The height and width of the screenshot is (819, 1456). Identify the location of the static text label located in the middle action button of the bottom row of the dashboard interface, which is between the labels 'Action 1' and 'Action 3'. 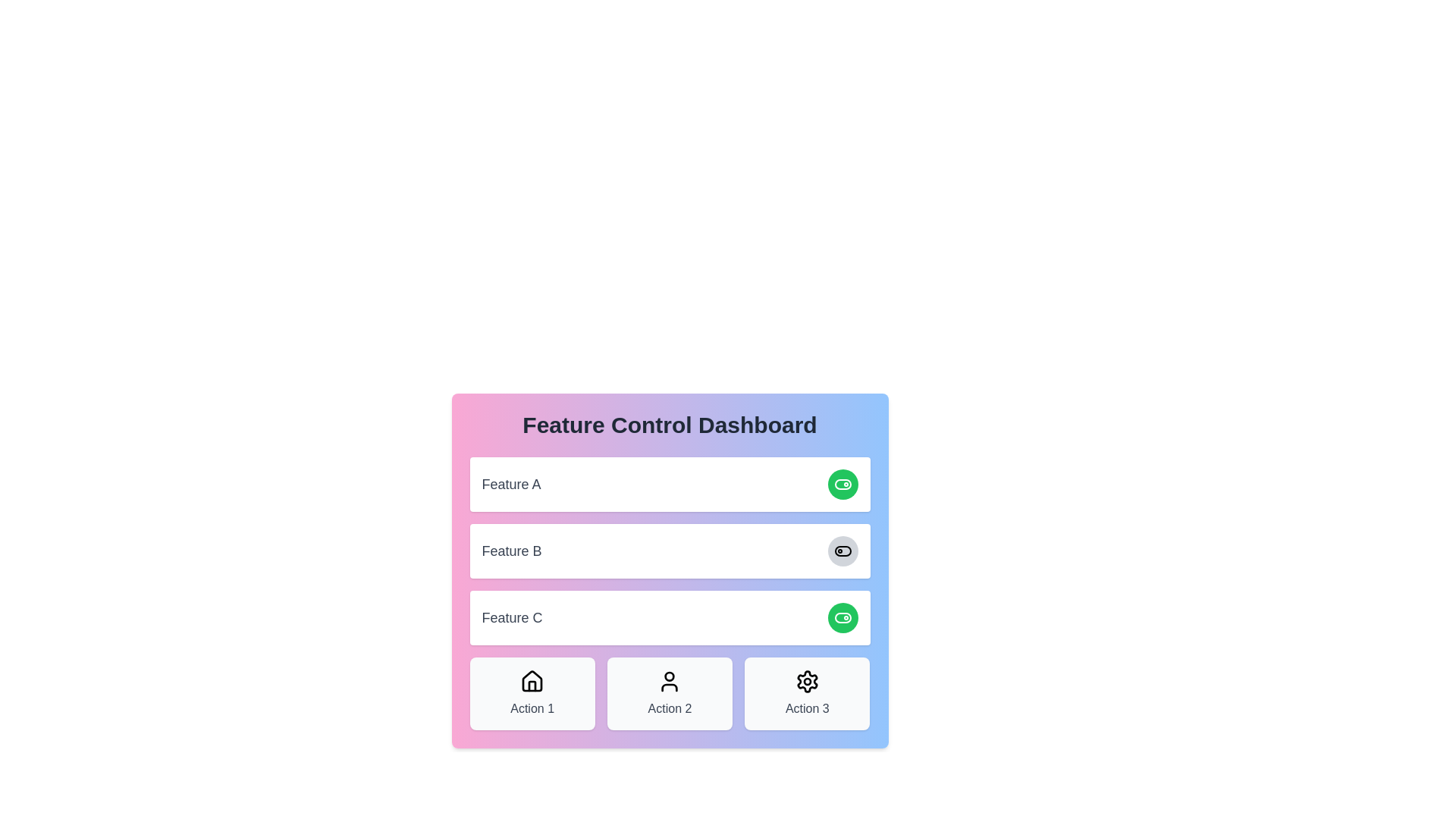
(669, 708).